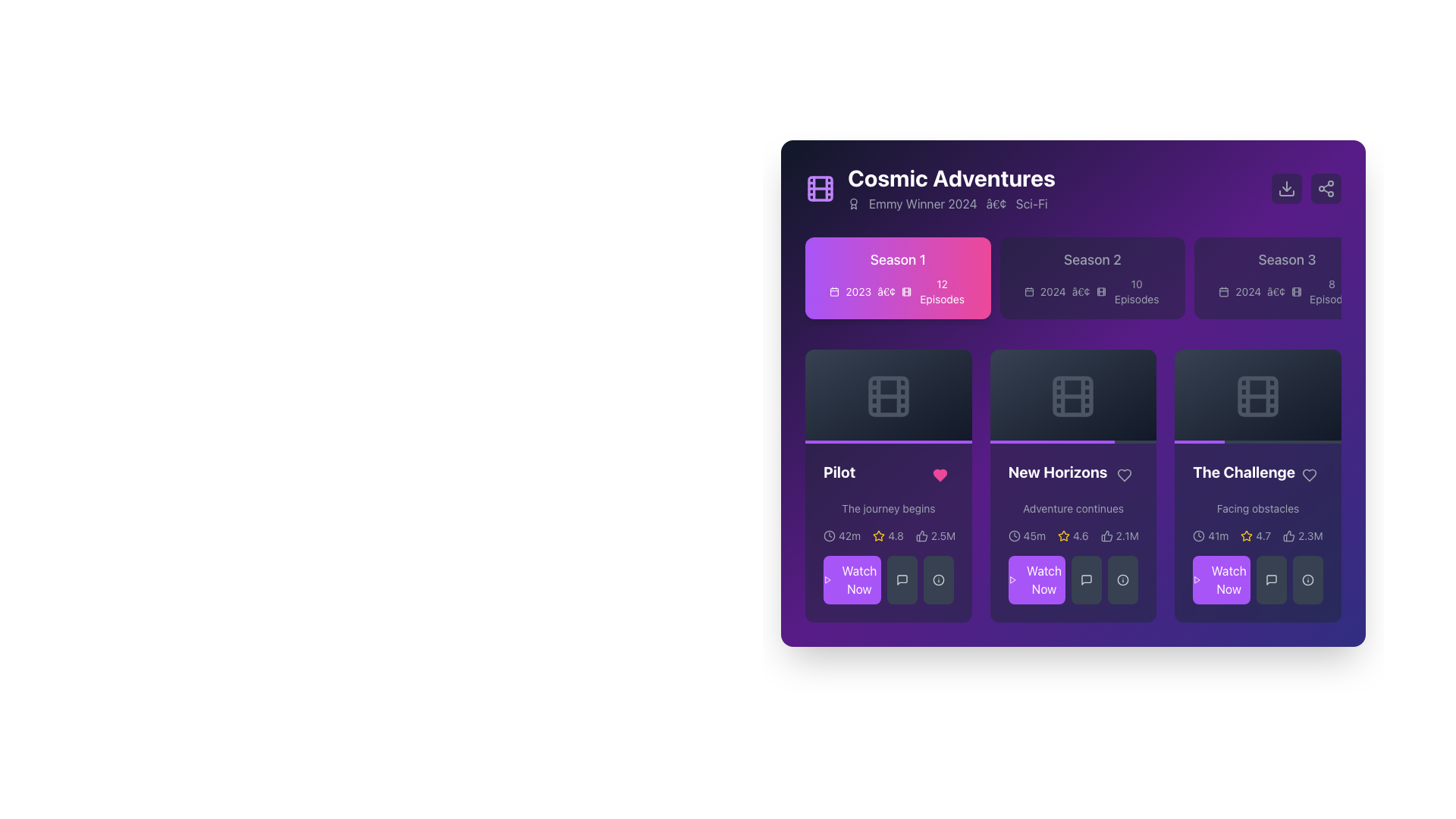 The width and height of the screenshot is (1456, 819). Describe the element at coordinates (1331, 292) in the screenshot. I see `the text label displaying '8 Episodes' located at the bottom-right corner of the purple 'Season 3' card` at that location.